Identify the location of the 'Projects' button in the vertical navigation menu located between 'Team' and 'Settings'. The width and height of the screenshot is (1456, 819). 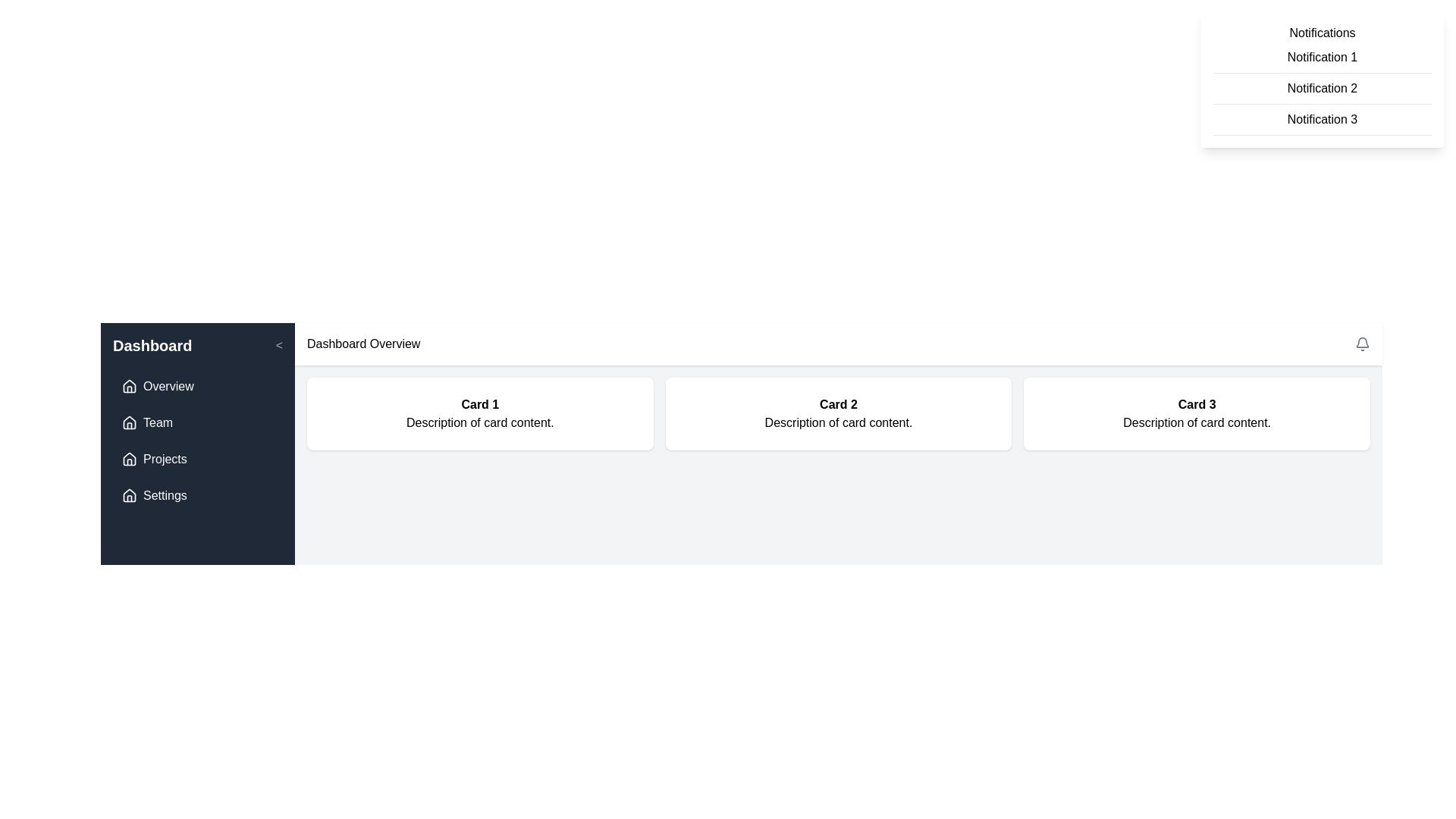
(196, 458).